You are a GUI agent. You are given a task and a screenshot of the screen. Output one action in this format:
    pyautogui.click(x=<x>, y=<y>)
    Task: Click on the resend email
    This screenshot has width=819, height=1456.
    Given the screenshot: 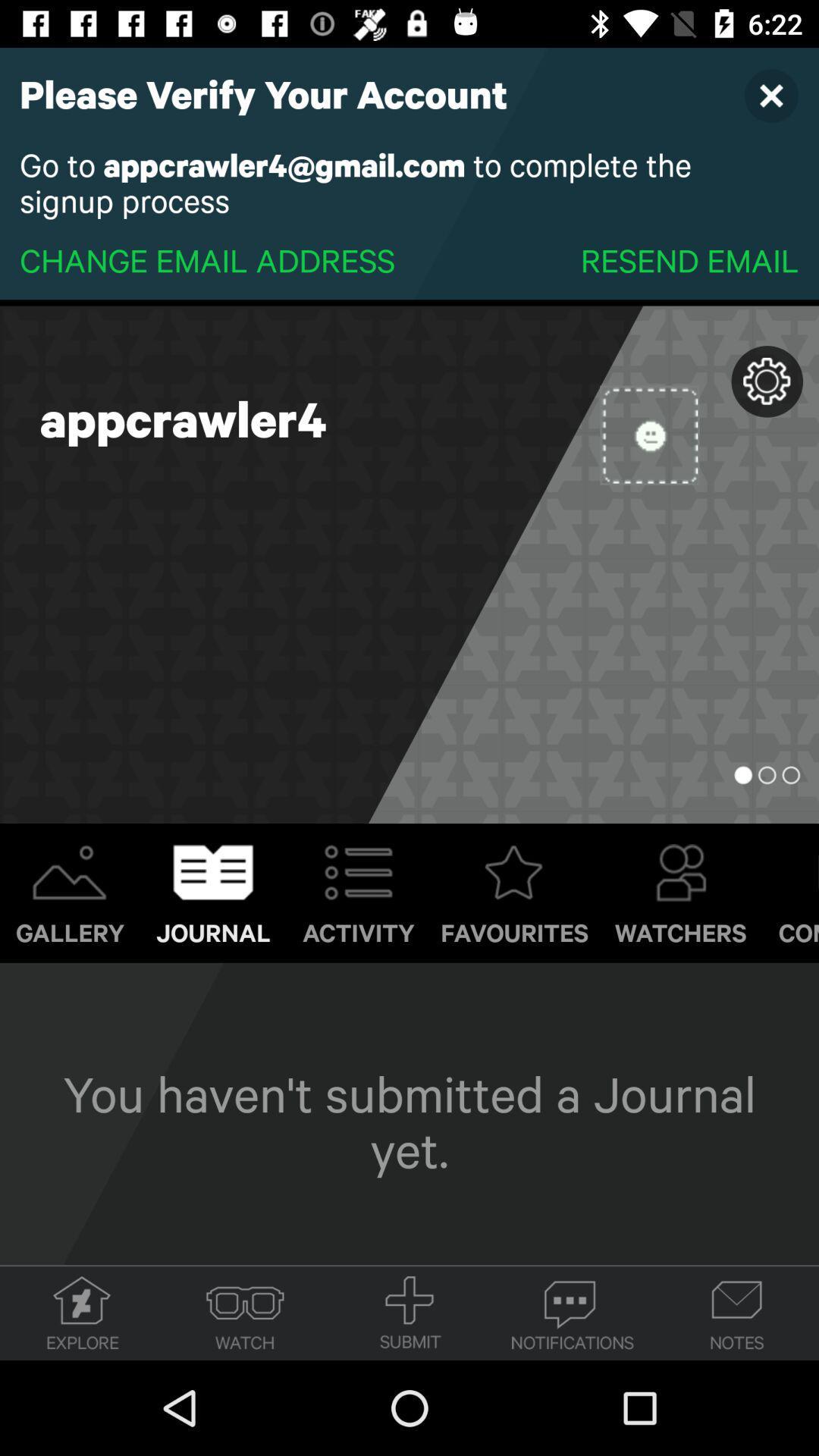 What is the action you would take?
    pyautogui.click(x=689, y=259)
    